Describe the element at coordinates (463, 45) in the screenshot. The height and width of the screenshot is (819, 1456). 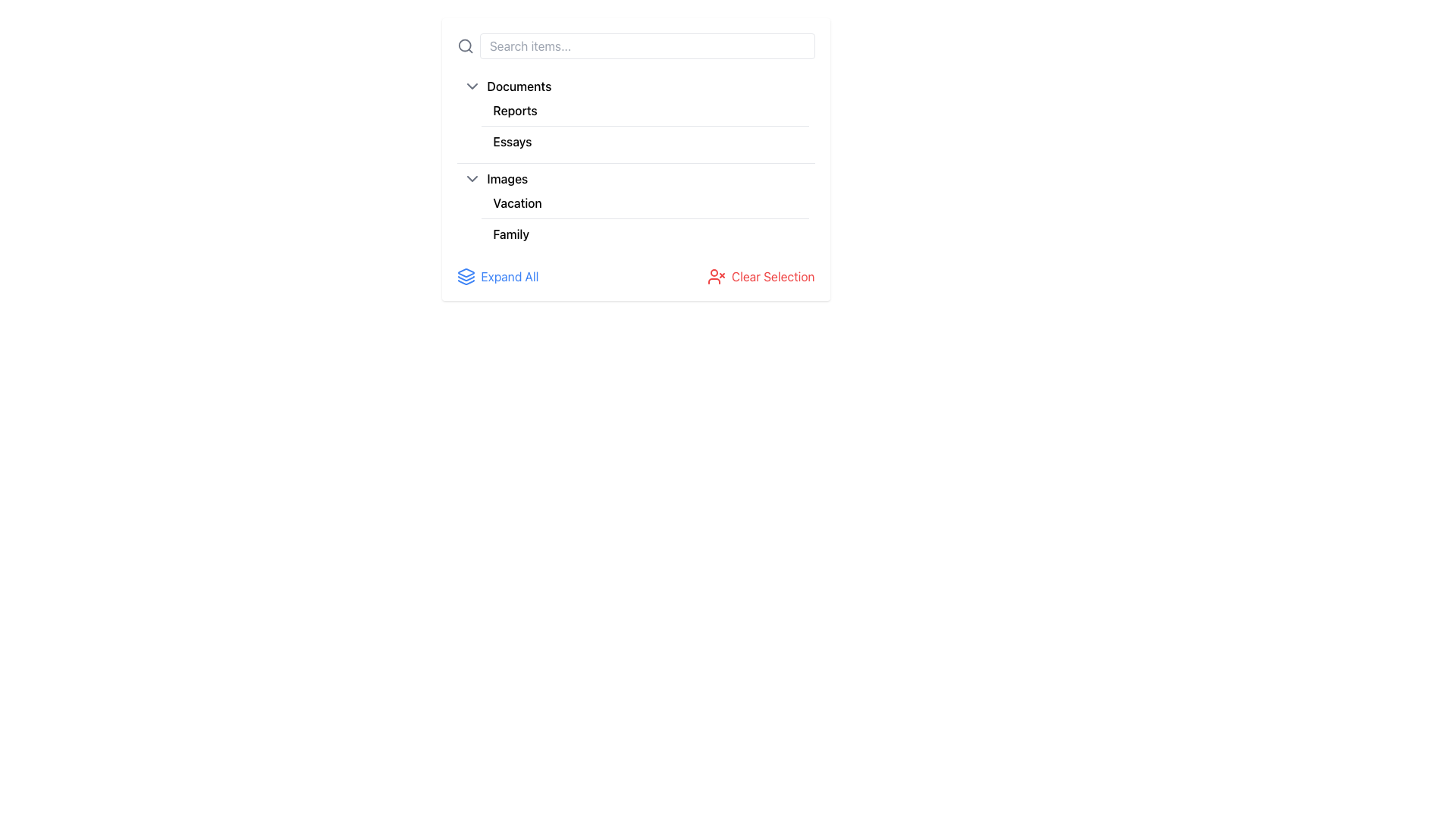
I see `the circular graphic element within the SVG component that serves as a decorative part of the search icon, located in the top-left corner adjacent to the 'Search items...' text input field` at that location.